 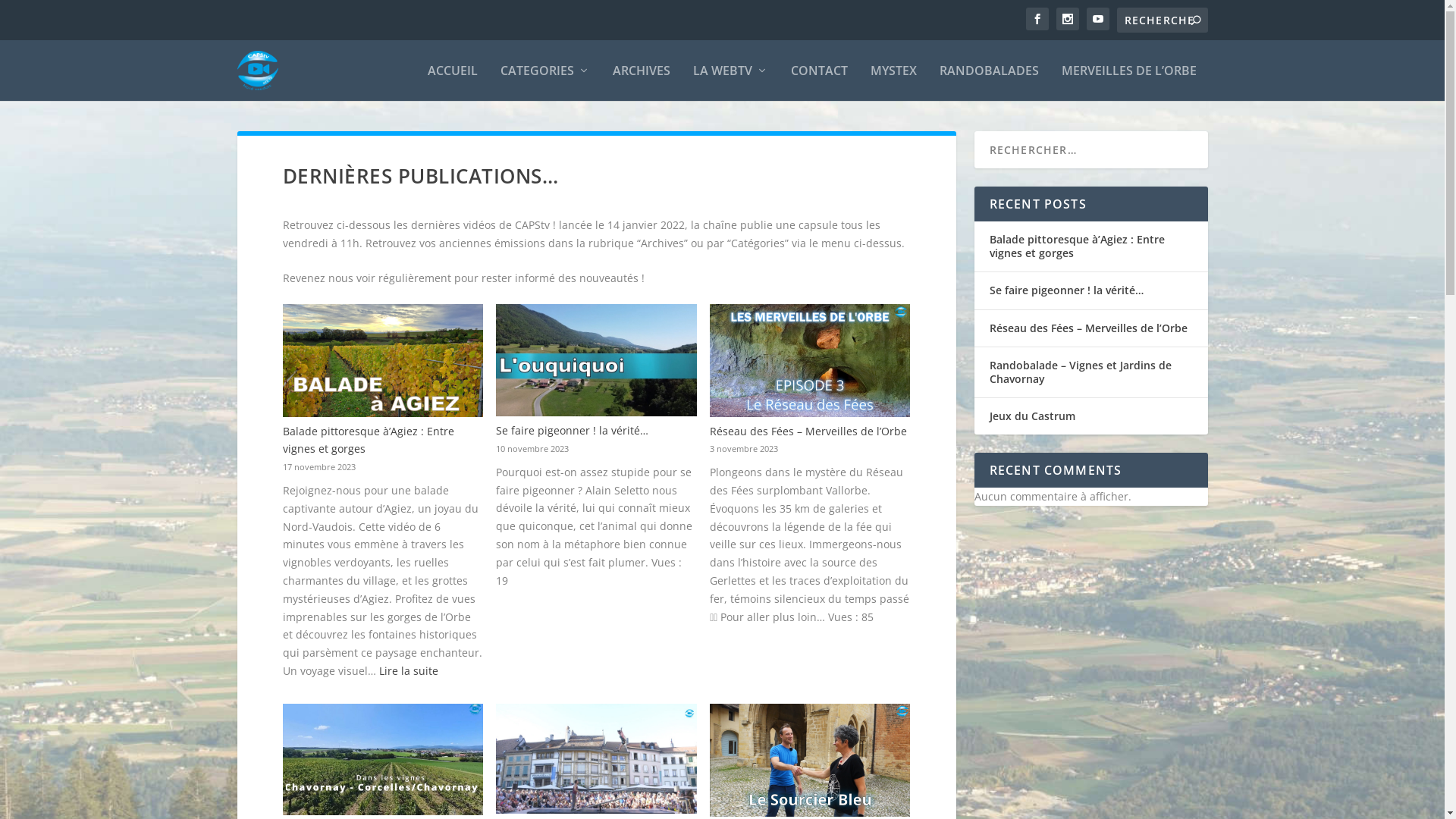 What do you see at coordinates (1160, 20) in the screenshot?
I see `'Recherche pour :'` at bounding box center [1160, 20].